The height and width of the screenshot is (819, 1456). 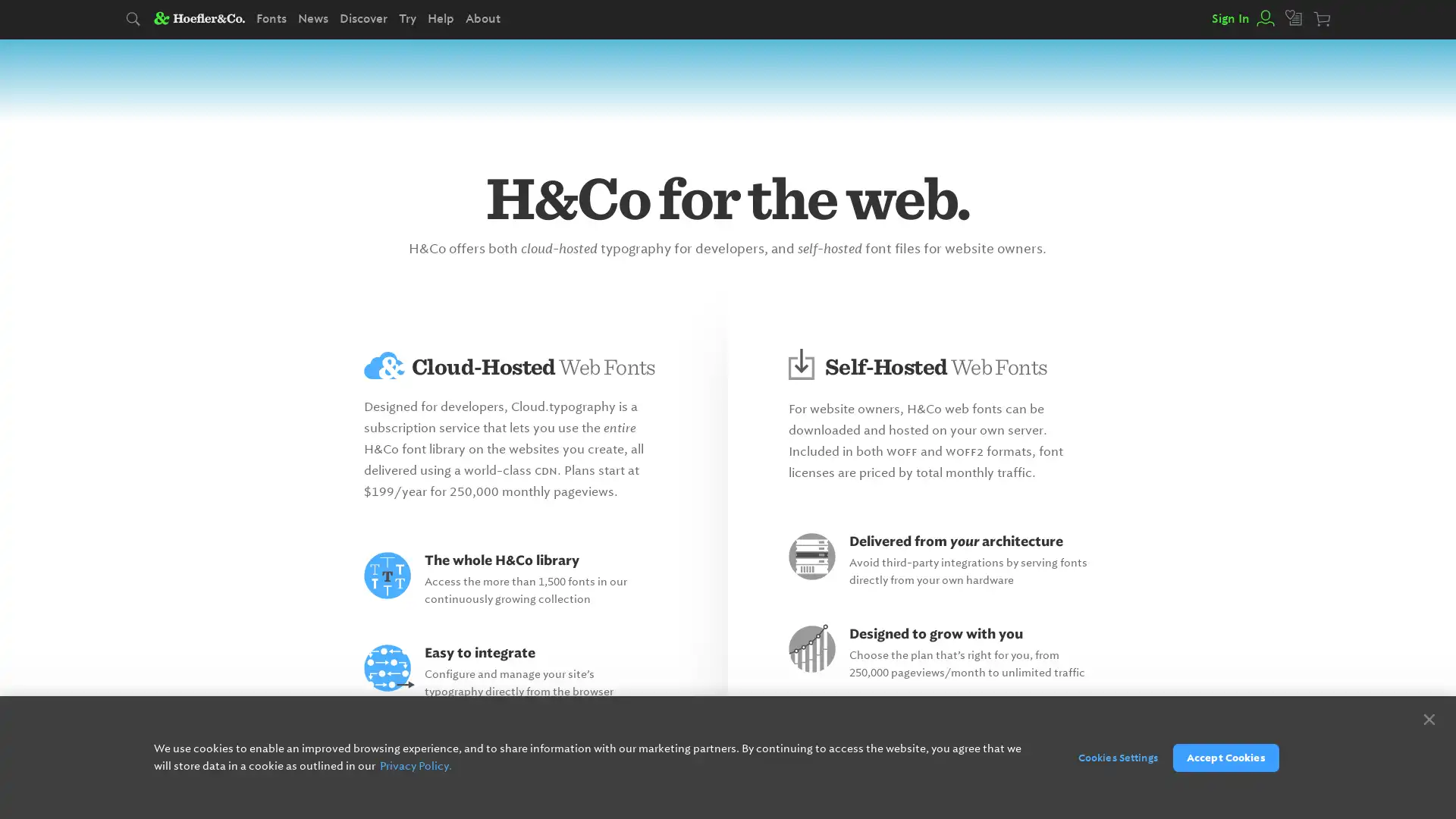 What do you see at coordinates (1225, 757) in the screenshot?
I see `Accept Cookies` at bounding box center [1225, 757].